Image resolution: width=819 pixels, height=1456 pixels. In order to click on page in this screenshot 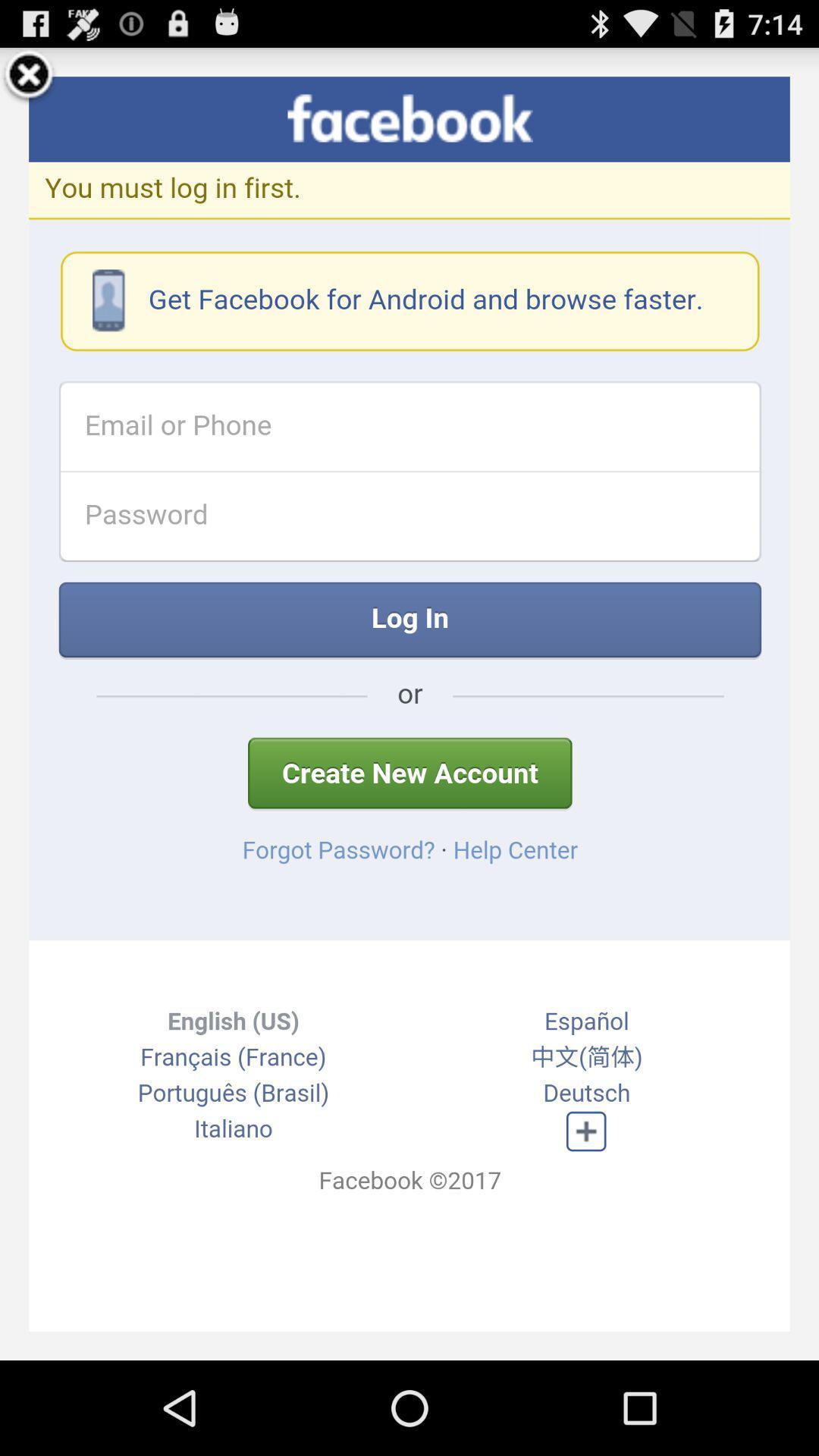, I will do `click(29, 76)`.